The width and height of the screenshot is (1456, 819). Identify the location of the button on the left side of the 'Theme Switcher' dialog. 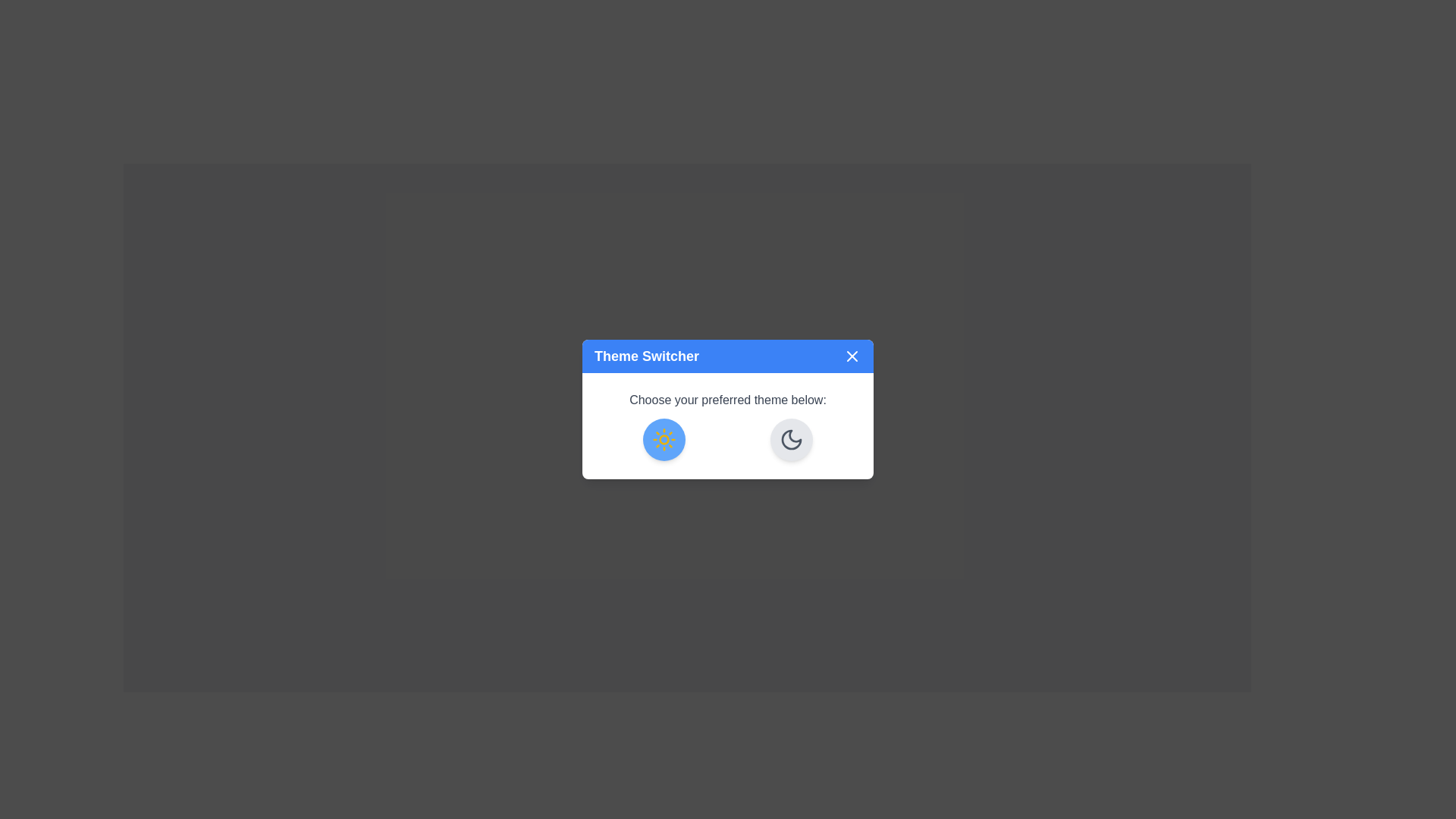
(664, 439).